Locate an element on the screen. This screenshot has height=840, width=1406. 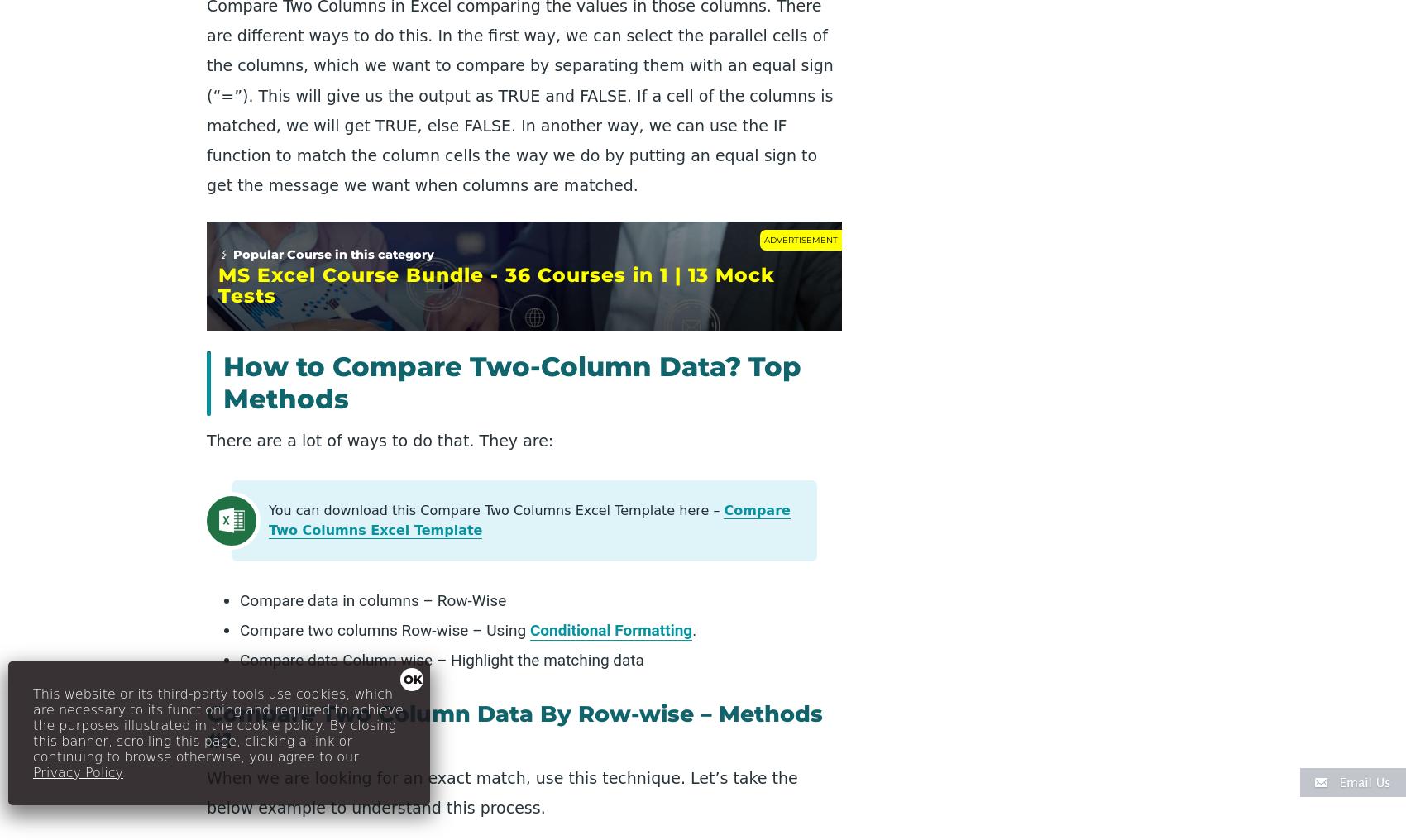
'OK' is located at coordinates (413, 679).